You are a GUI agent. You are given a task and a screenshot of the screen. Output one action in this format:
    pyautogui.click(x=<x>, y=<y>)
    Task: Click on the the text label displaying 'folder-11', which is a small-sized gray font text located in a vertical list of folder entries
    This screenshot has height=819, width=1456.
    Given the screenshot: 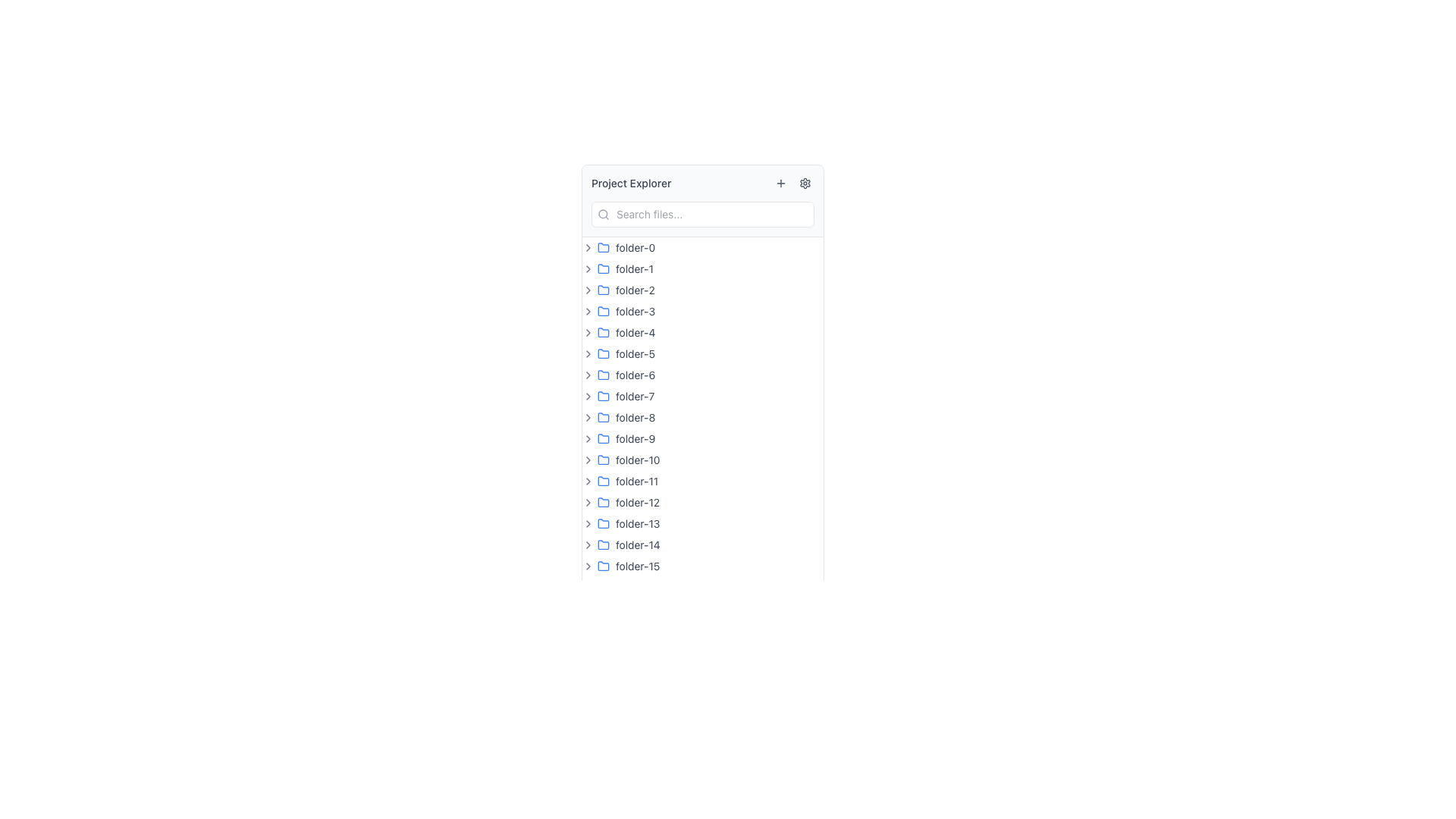 What is the action you would take?
    pyautogui.click(x=637, y=482)
    